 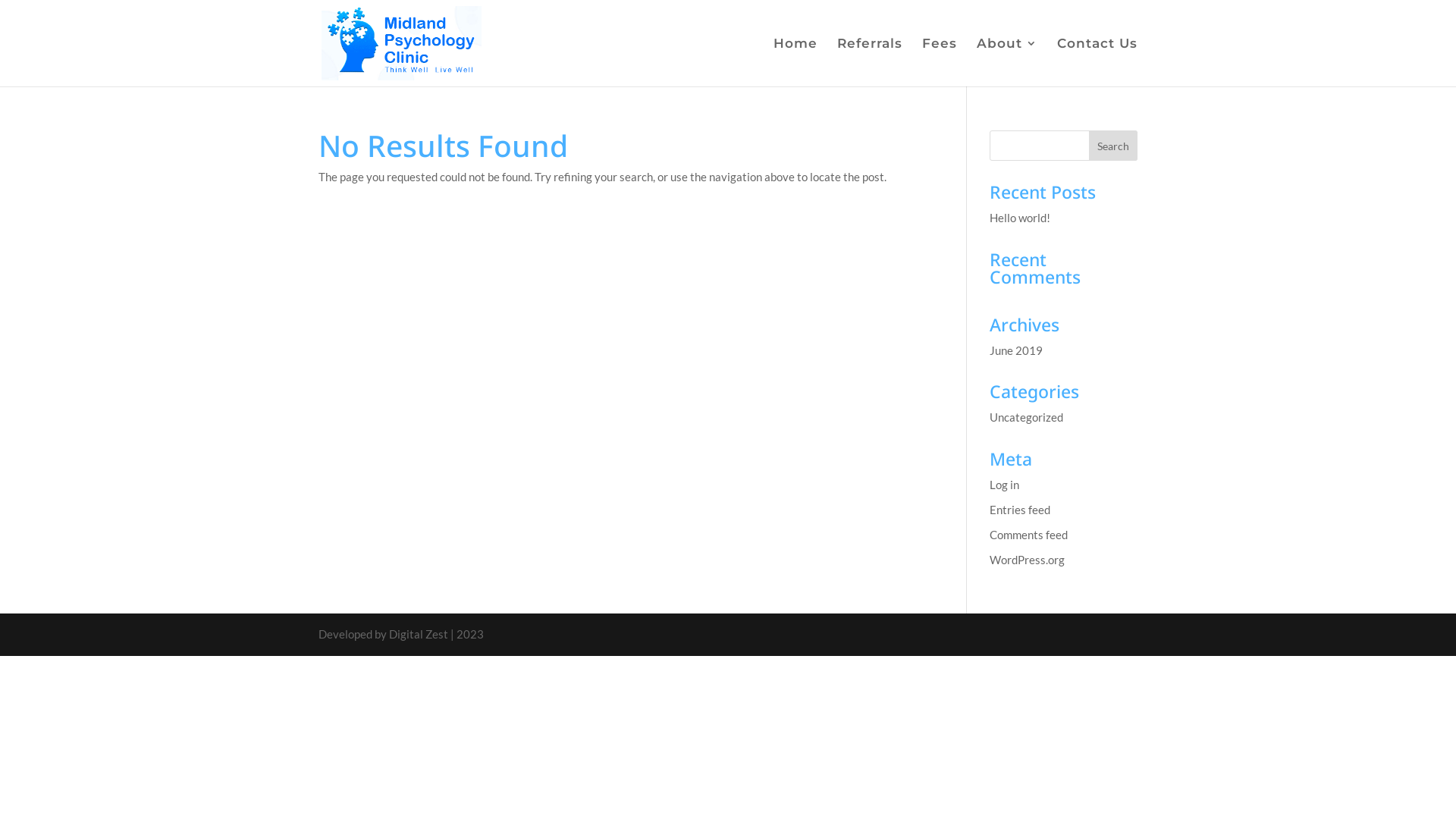 I want to click on 'Uncategorized', so click(x=1026, y=417).